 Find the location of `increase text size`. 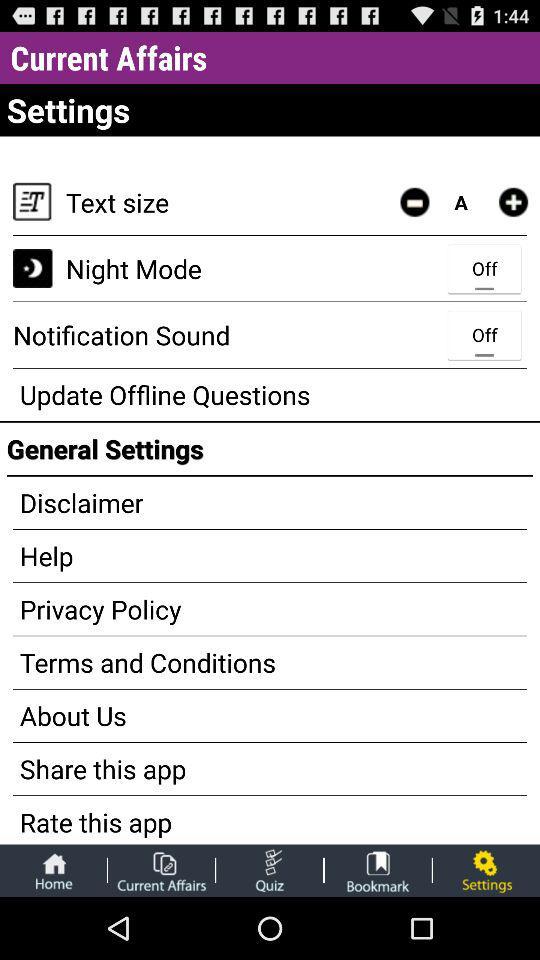

increase text size is located at coordinates (513, 202).